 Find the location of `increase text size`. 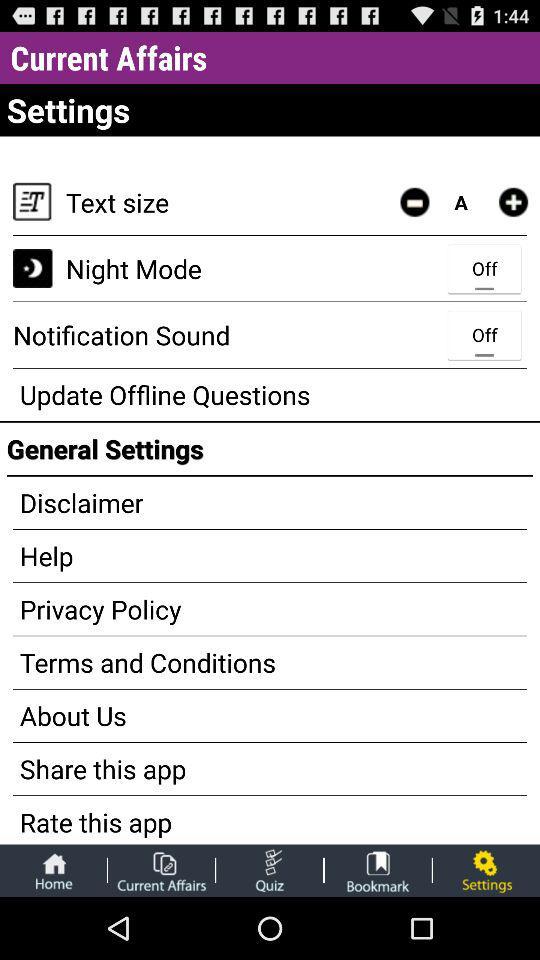

increase text size is located at coordinates (513, 202).